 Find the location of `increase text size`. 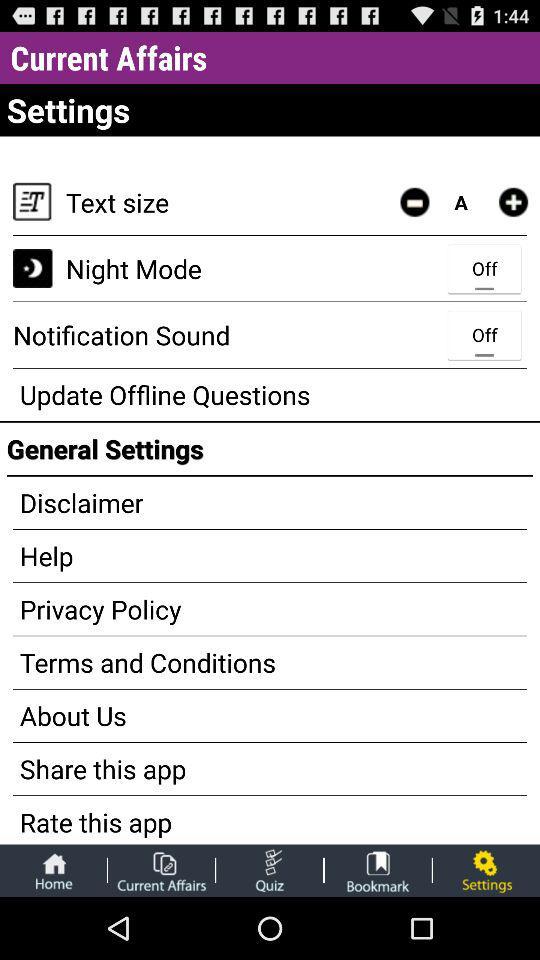

increase text size is located at coordinates (513, 202).